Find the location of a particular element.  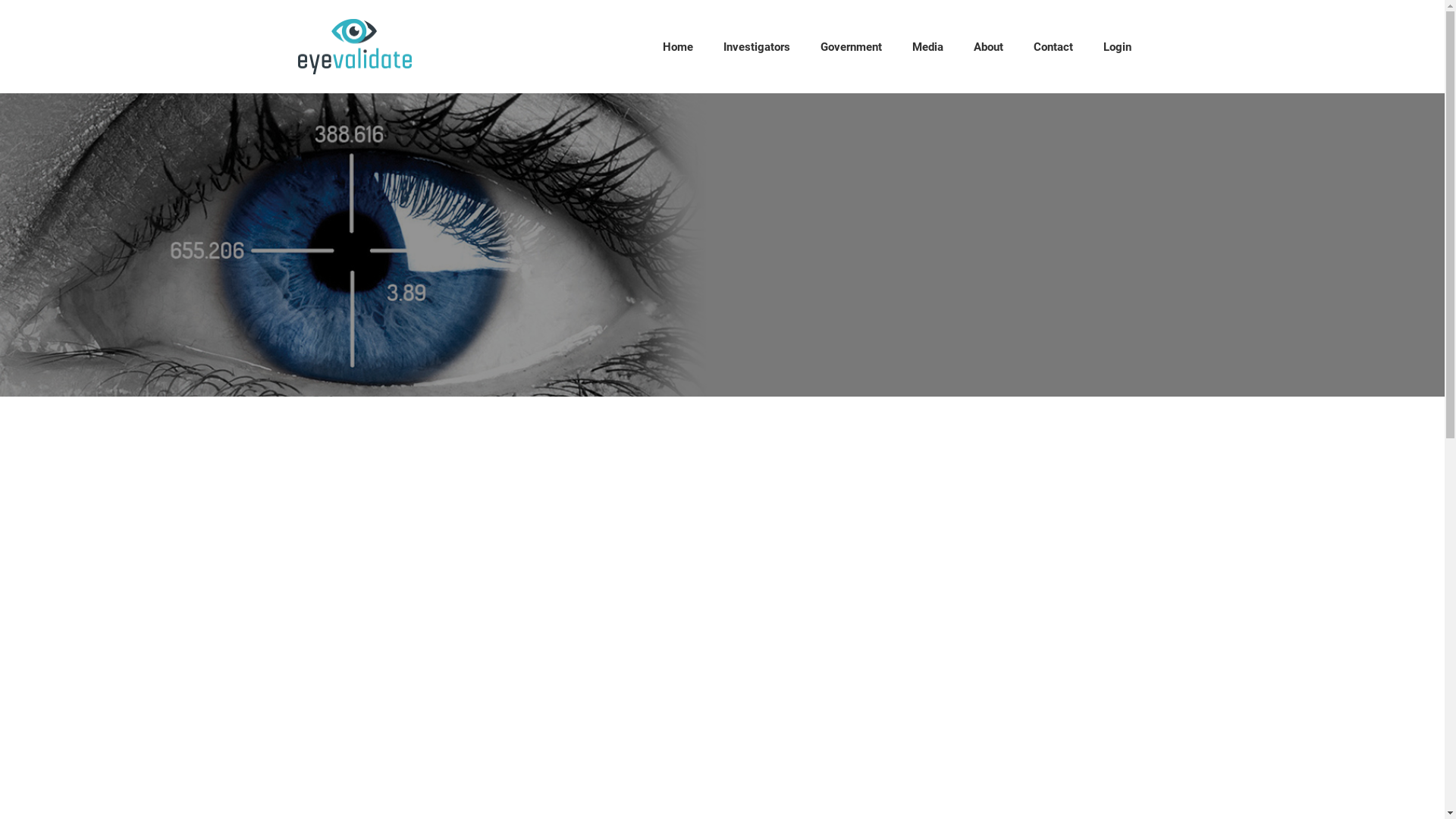

'Government' is located at coordinates (851, 45).